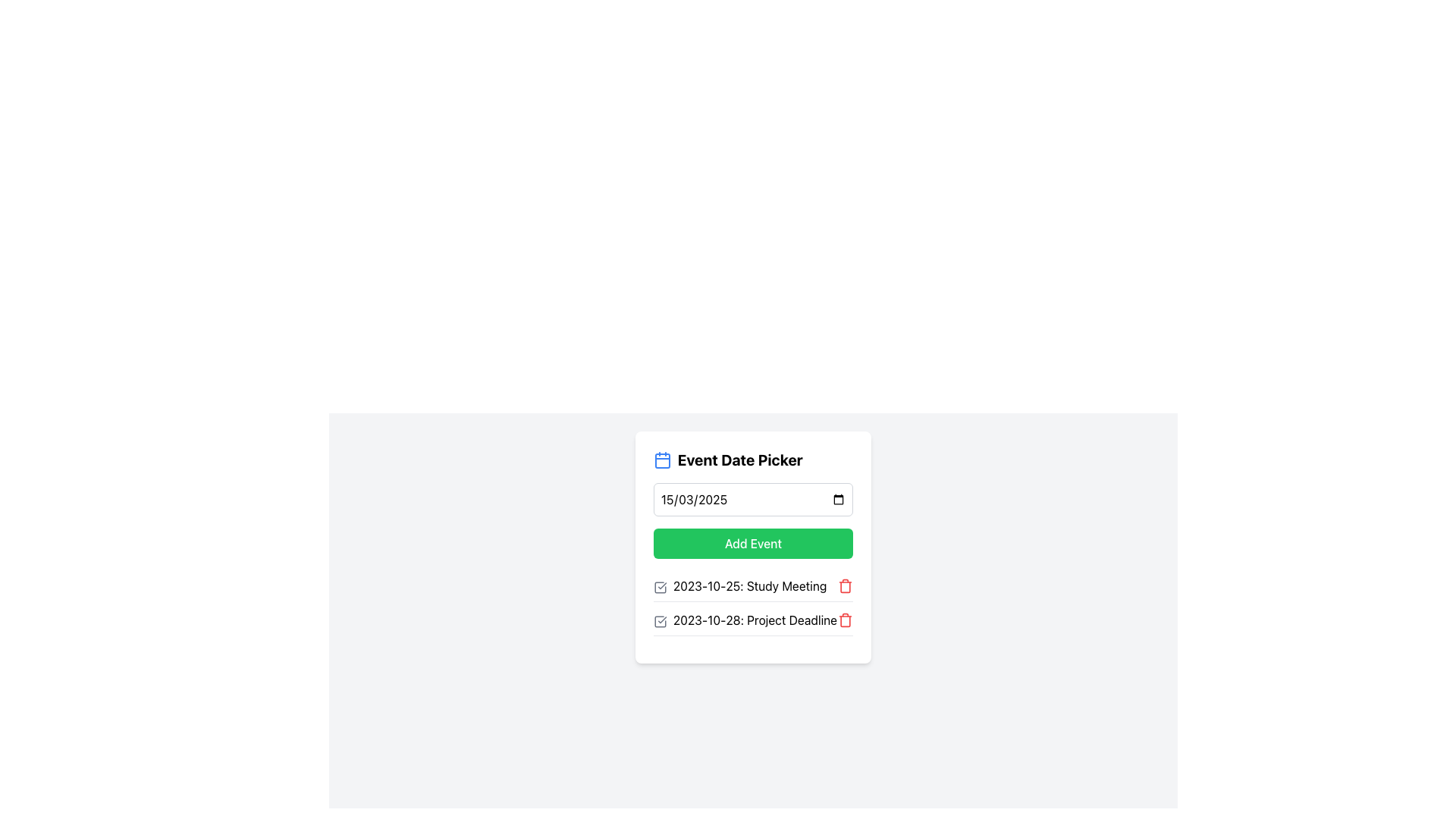 The height and width of the screenshot is (819, 1456). I want to click on the graphical representation of the main content inside the calendar icon, located in the lower part of the calendar icon's depiction, so click(662, 460).